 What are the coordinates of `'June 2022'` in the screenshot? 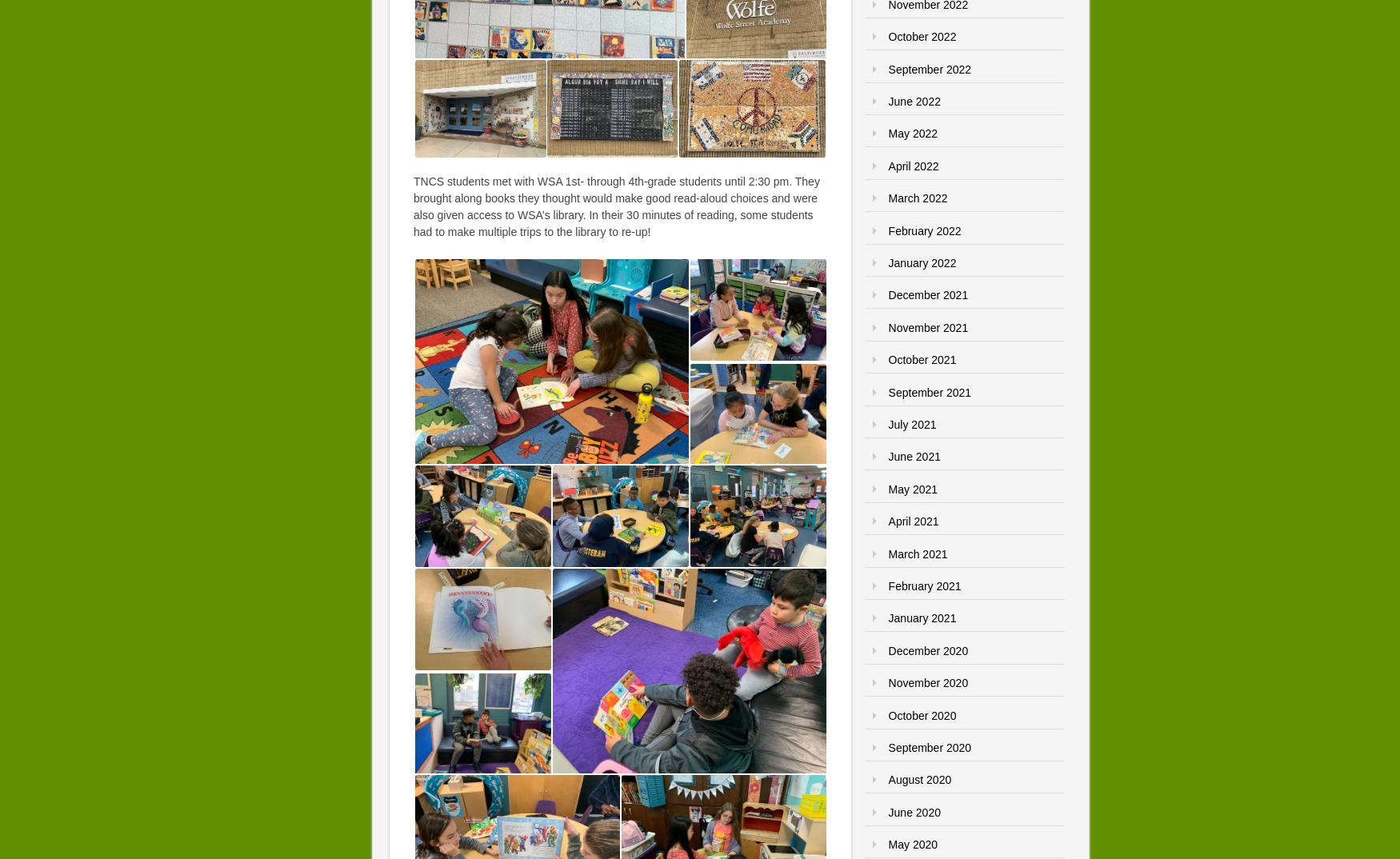 It's located at (913, 100).